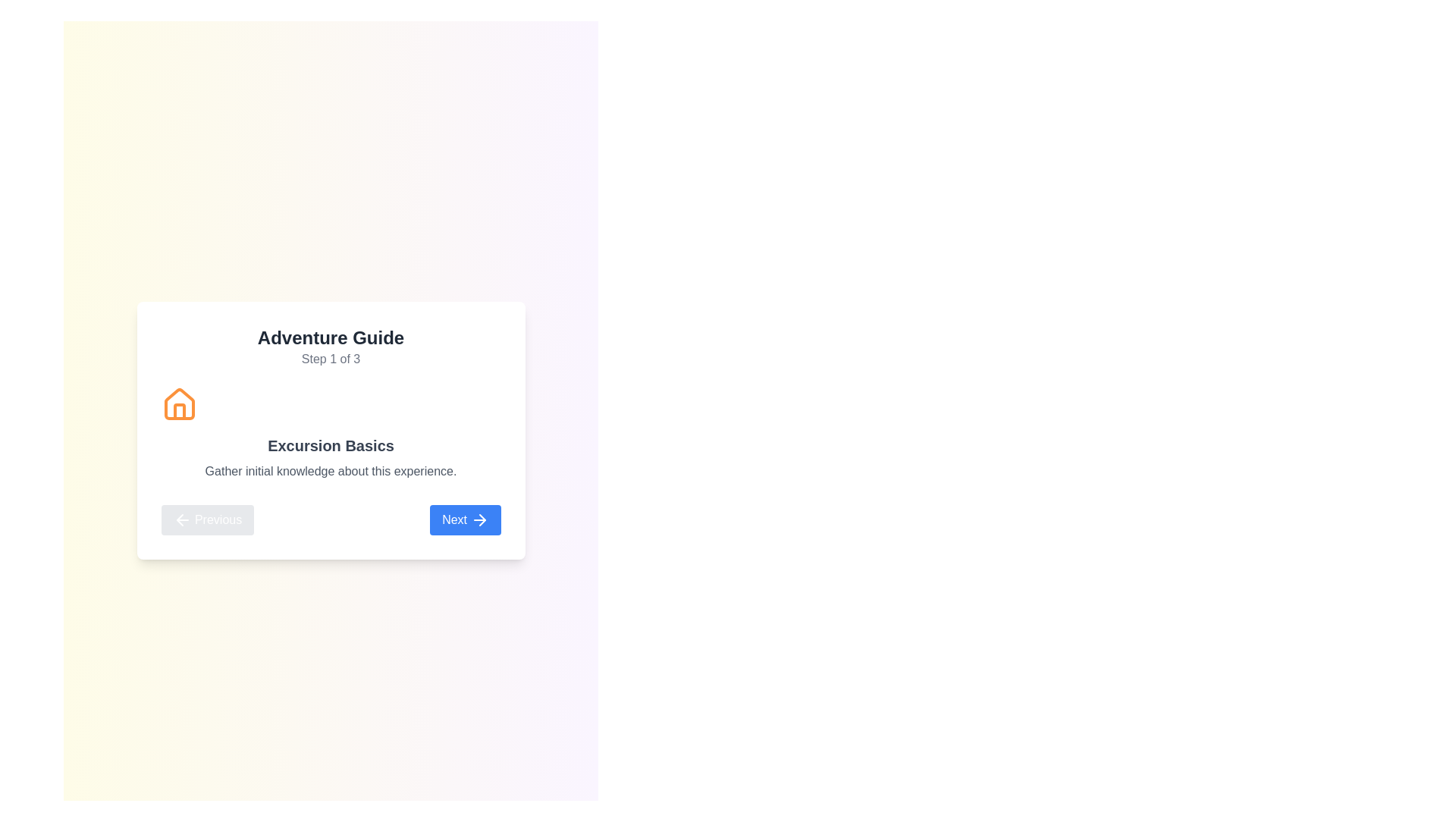  Describe the element at coordinates (481, 519) in the screenshot. I see `the forward-navigation arrow icon located within the blue 'Next' button in the lower right section of the modal to proceed` at that location.